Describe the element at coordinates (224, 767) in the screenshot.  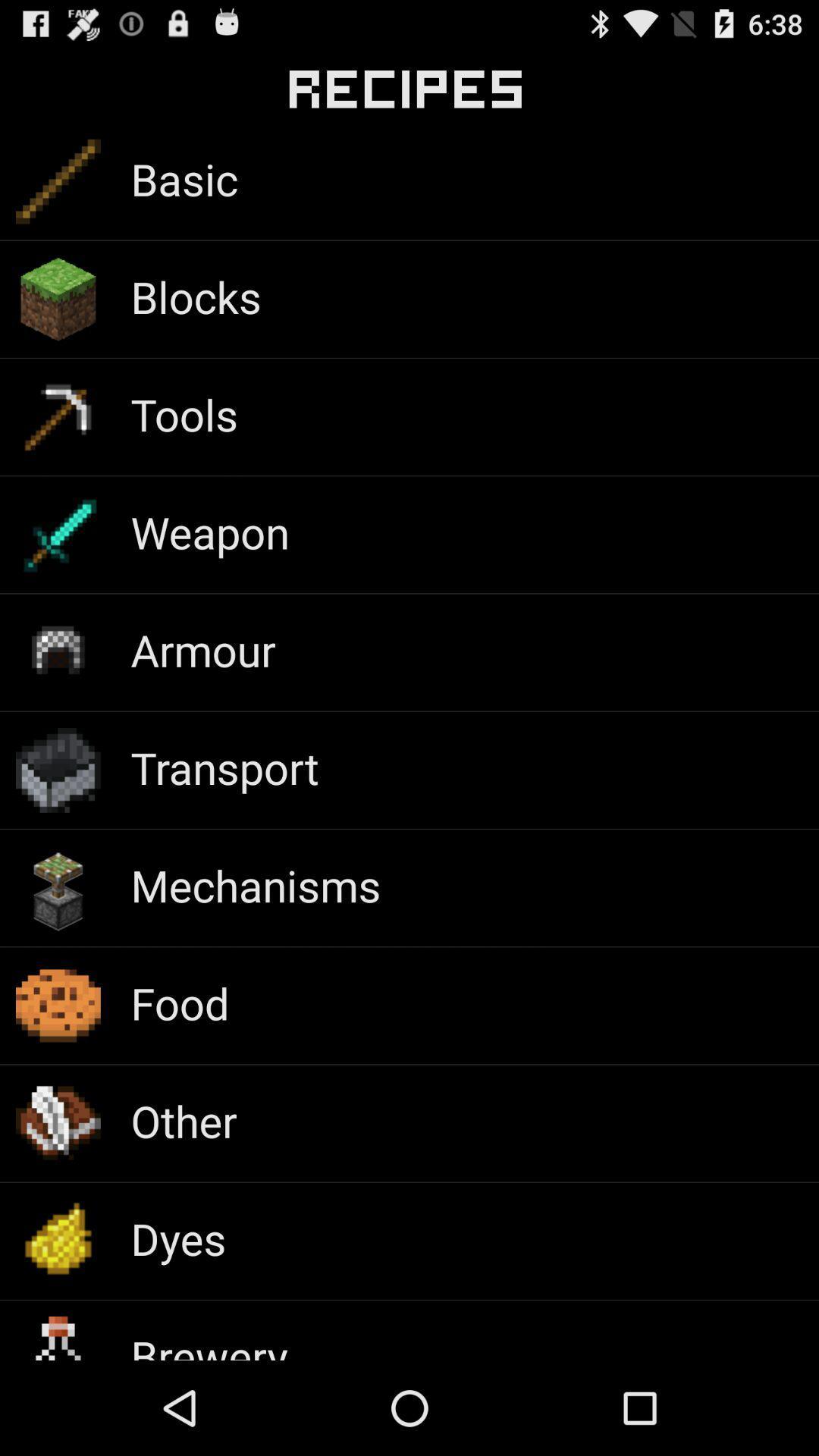
I see `app above mechanisms` at that location.